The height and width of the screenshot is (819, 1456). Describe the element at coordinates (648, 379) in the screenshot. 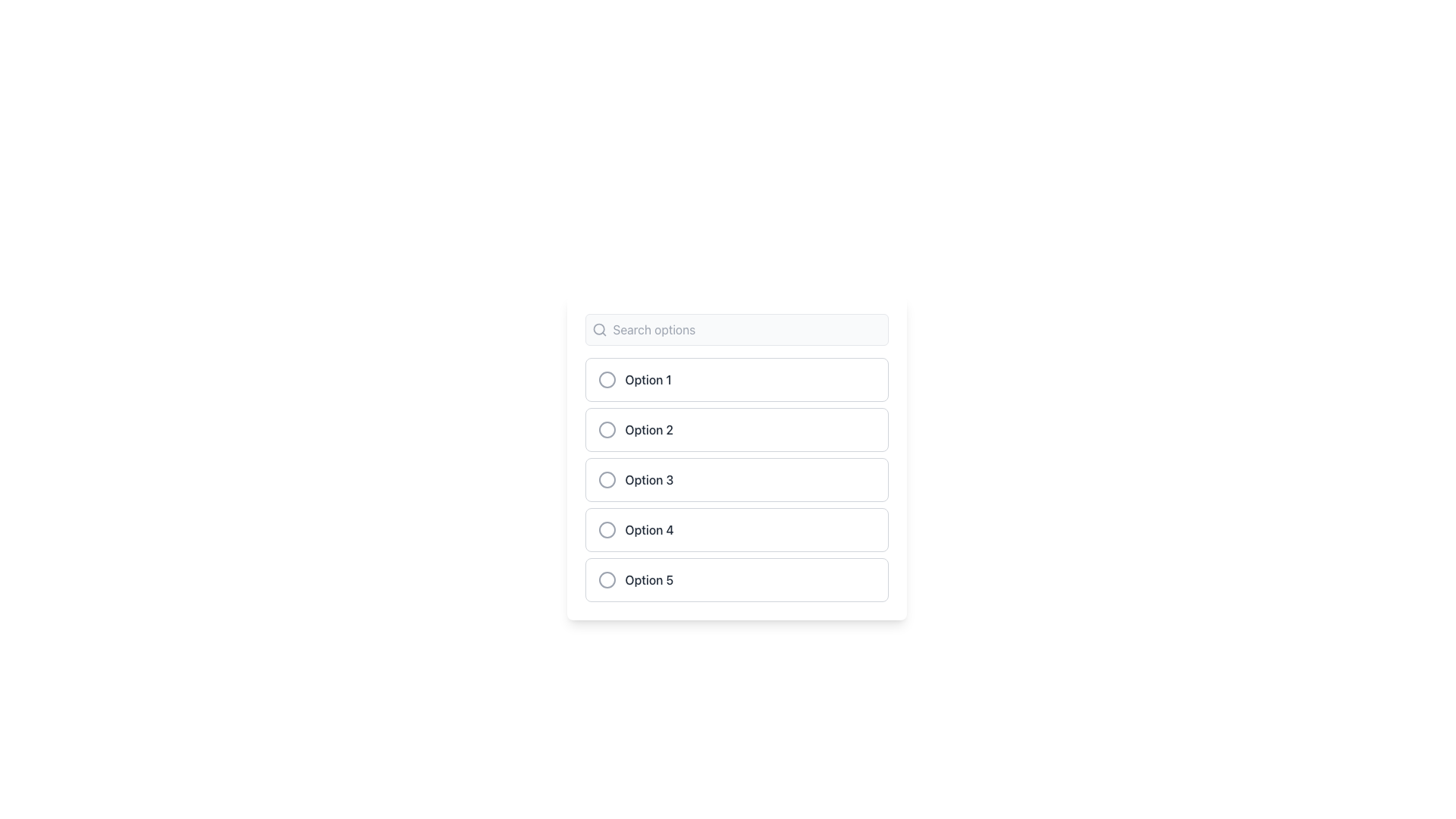

I see `text label displaying 'Option 1', which is styled with a medium font weight and gray color, located to the right of the associated circle in the first selectable option of a vertical list` at that location.